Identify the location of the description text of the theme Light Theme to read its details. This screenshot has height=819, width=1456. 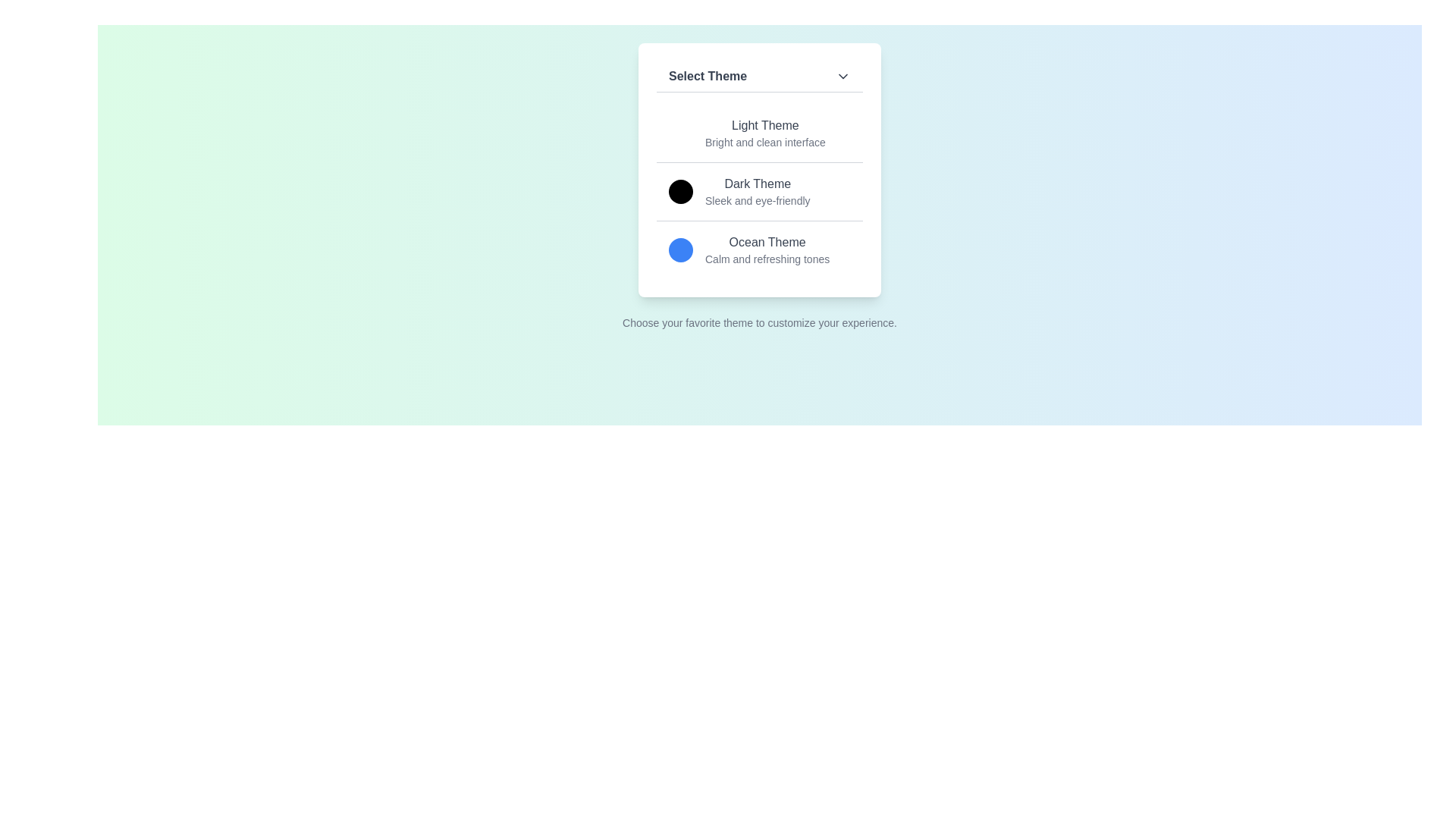
(764, 143).